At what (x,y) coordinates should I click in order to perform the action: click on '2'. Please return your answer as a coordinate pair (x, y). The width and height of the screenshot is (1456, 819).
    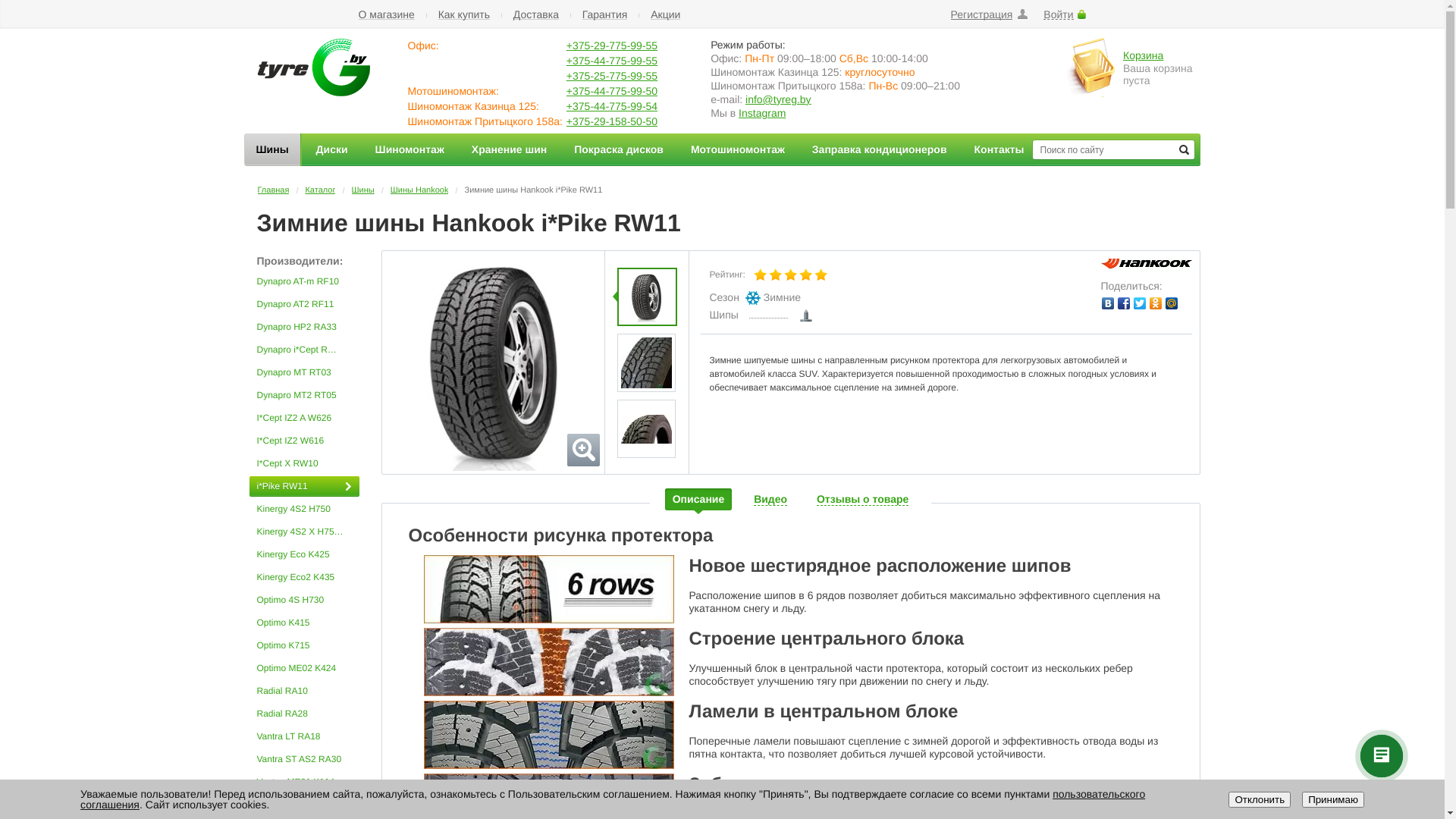
    Looking at the image, I should click on (767, 275).